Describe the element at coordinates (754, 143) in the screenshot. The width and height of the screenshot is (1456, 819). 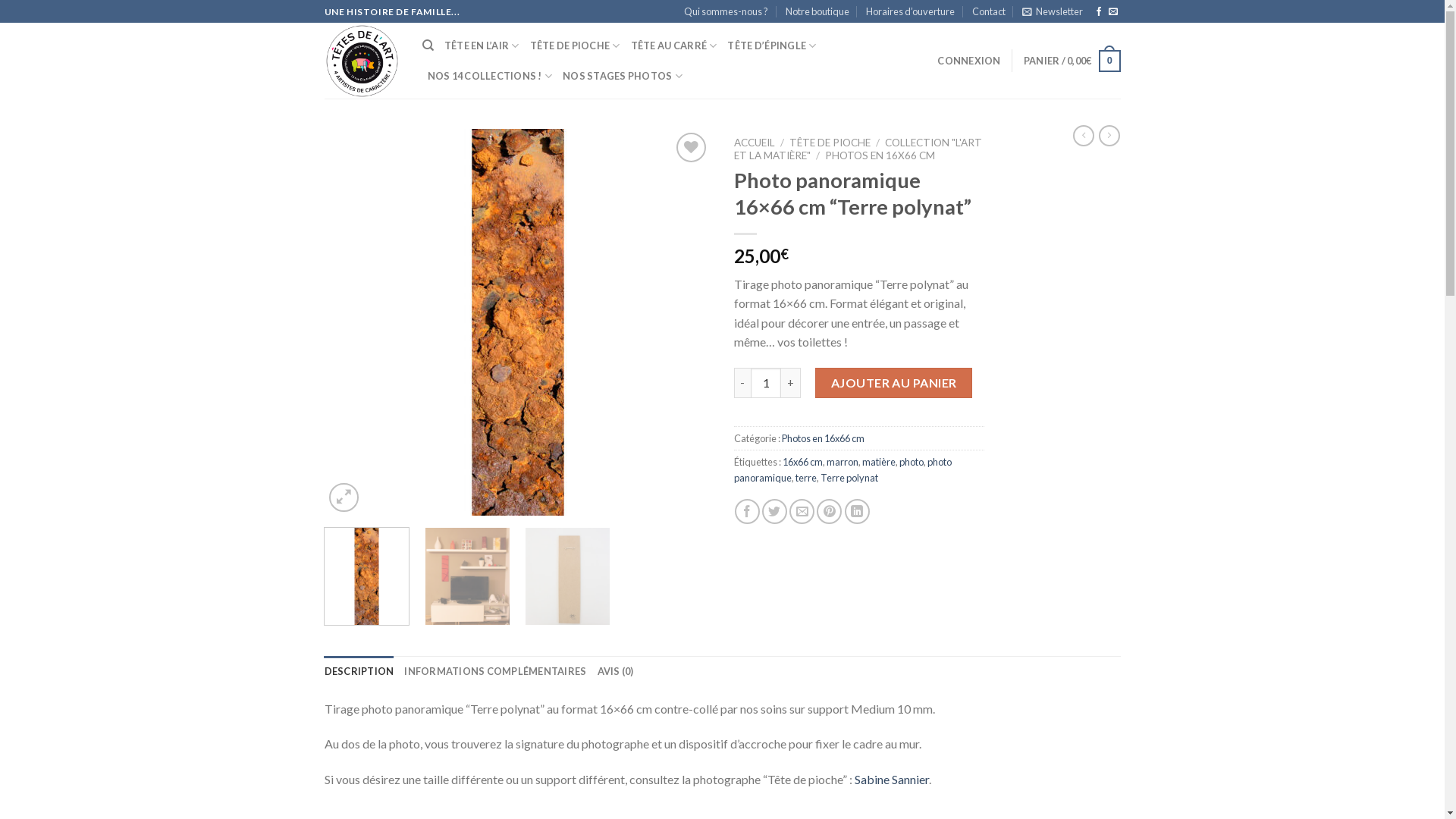
I see `'ACCUEIL'` at that location.